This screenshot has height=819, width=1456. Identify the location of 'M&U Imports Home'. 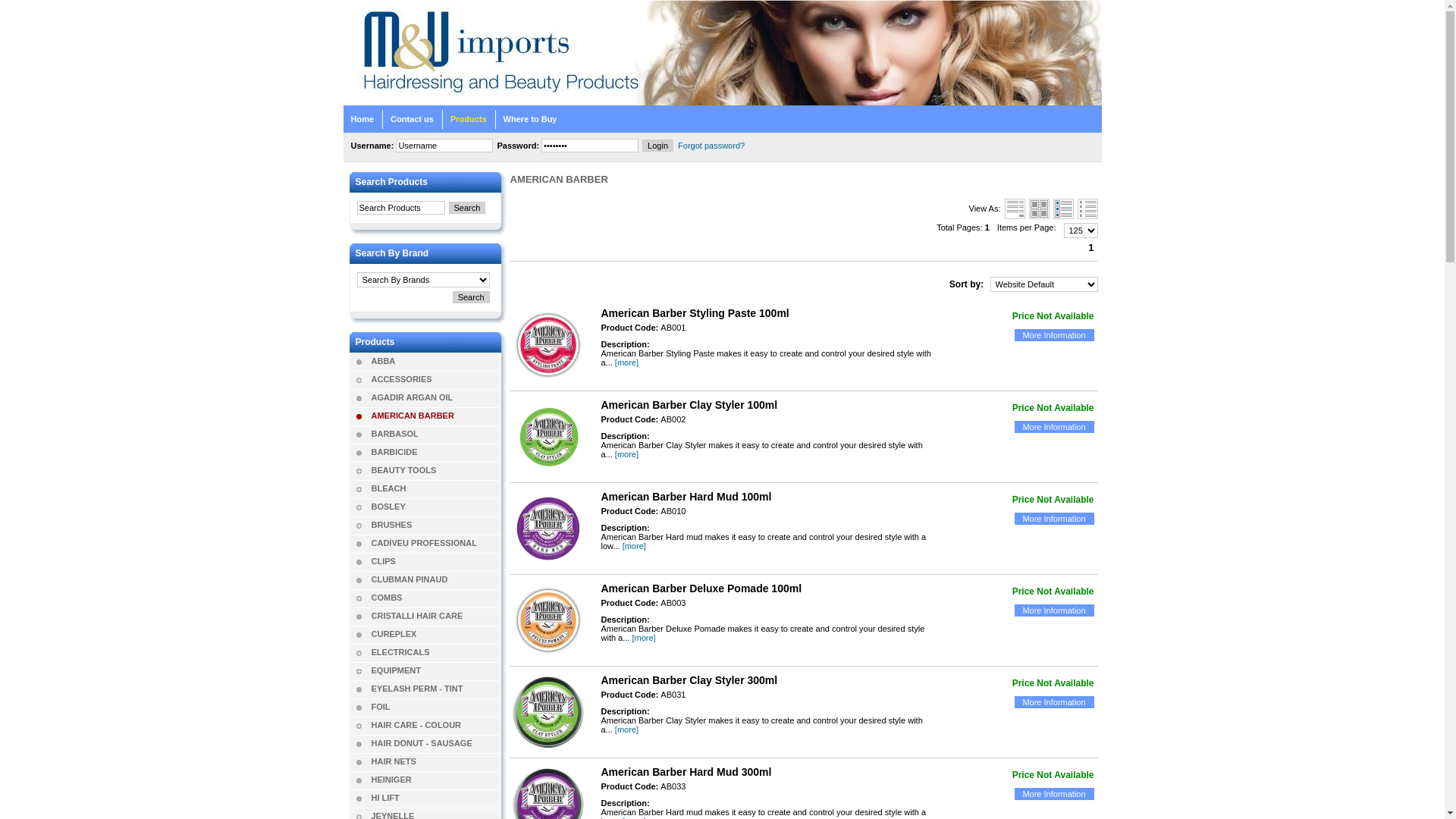
(431, 73).